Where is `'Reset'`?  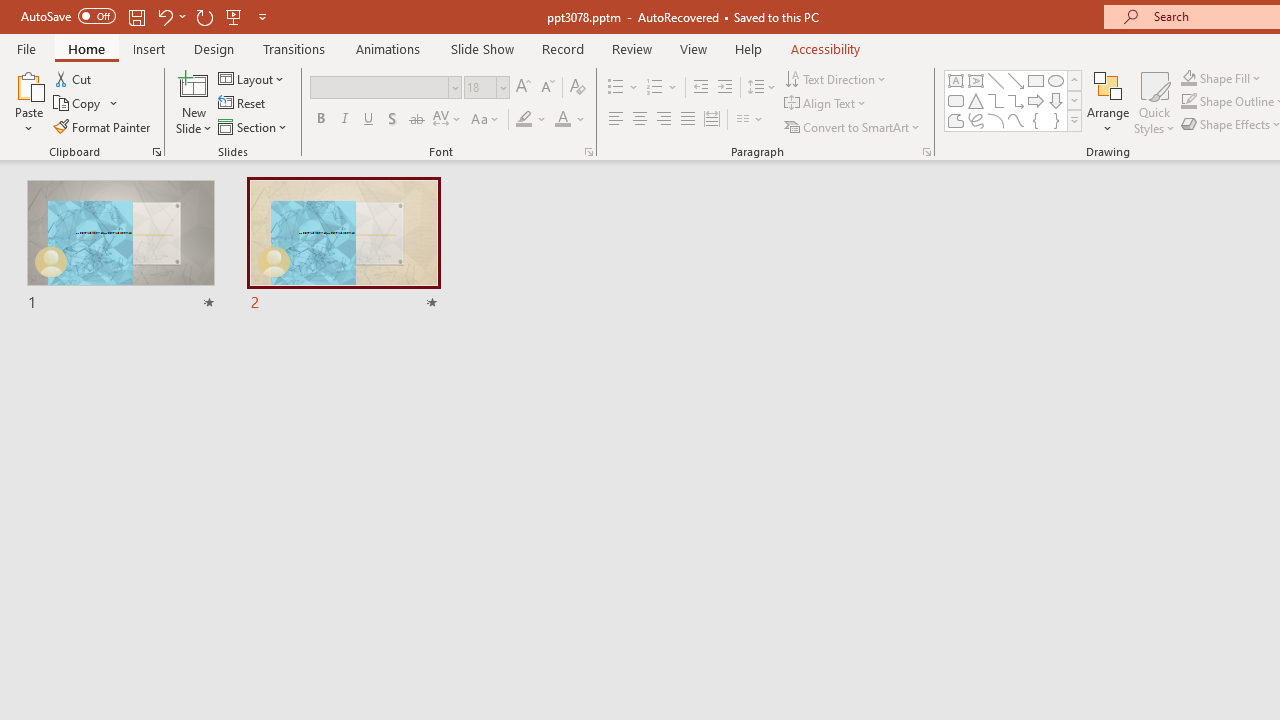 'Reset' is located at coordinates (242, 103).